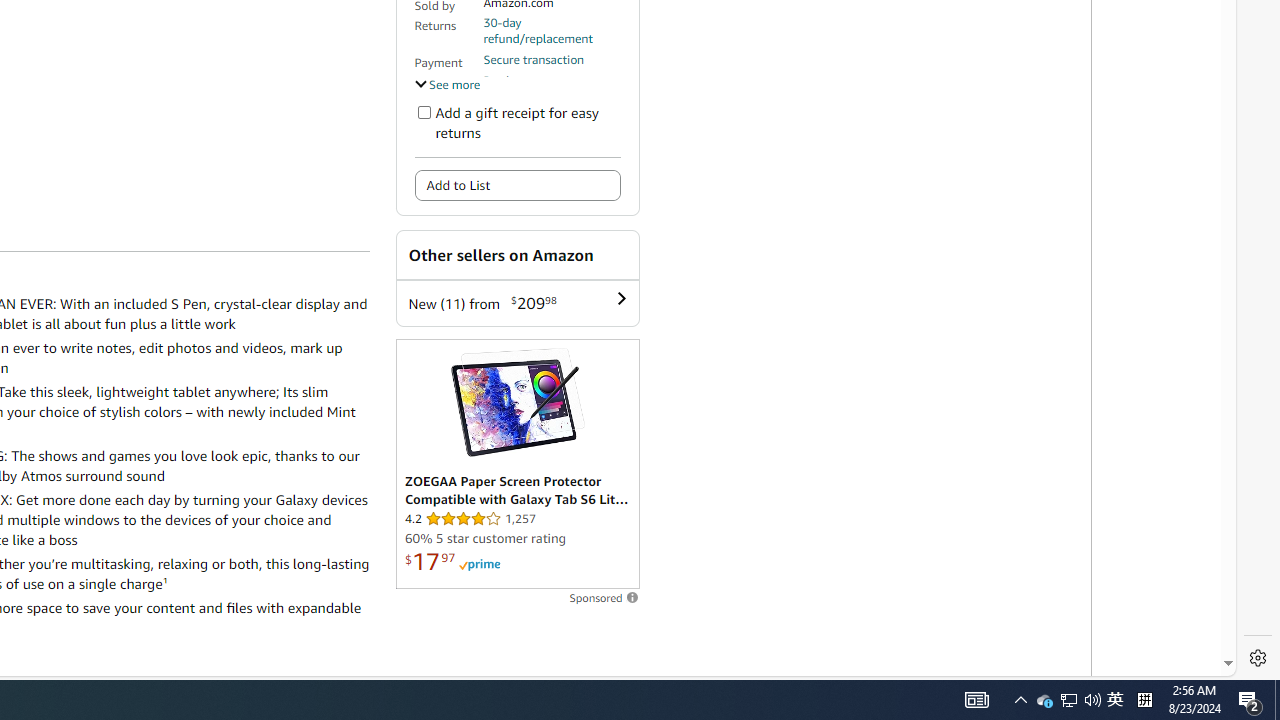 Image resolution: width=1280 pixels, height=720 pixels. I want to click on 'Prime', so click(478, 565).